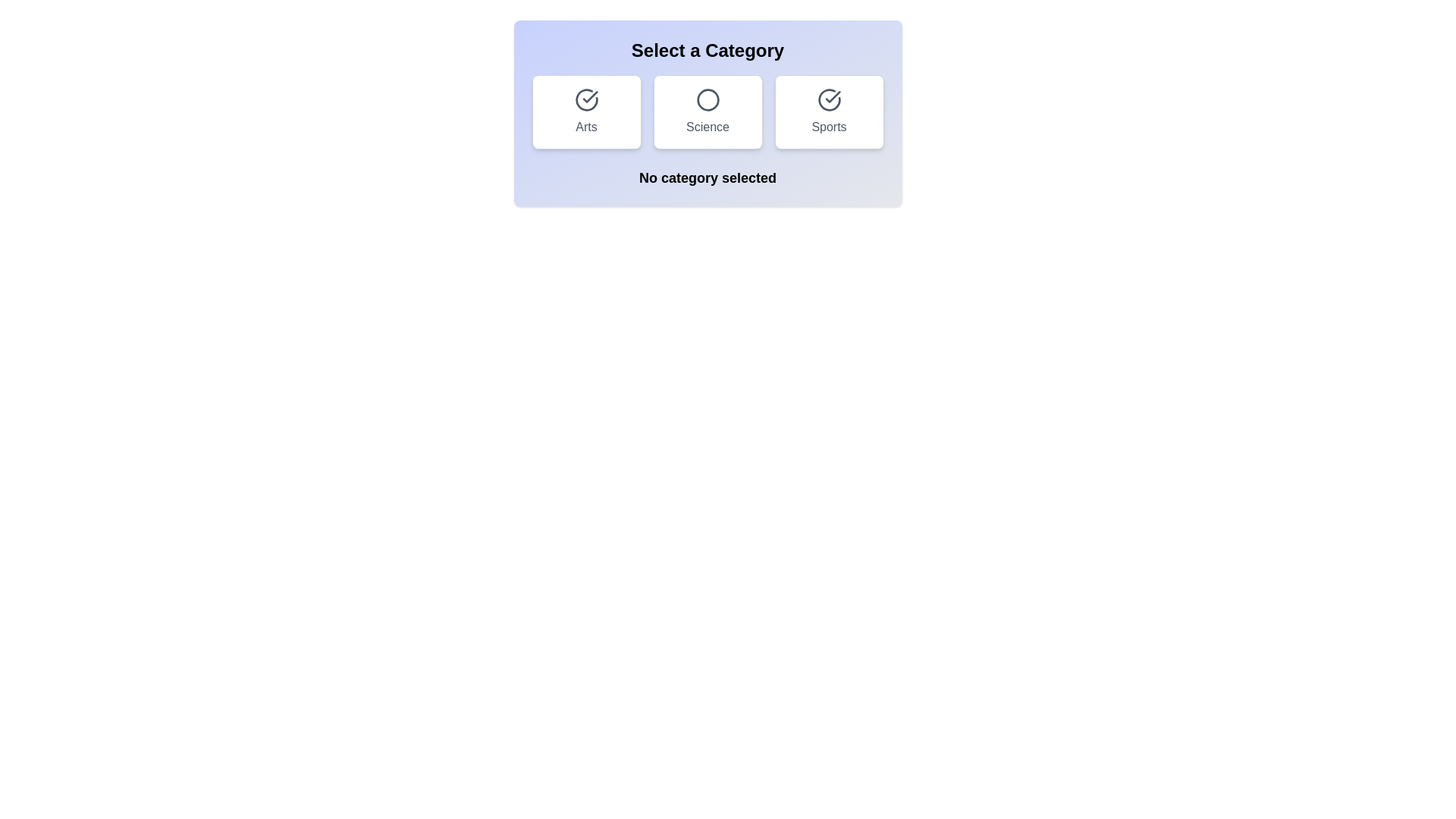  I want to click on the button labeled 'Arts', so click(585, 111).